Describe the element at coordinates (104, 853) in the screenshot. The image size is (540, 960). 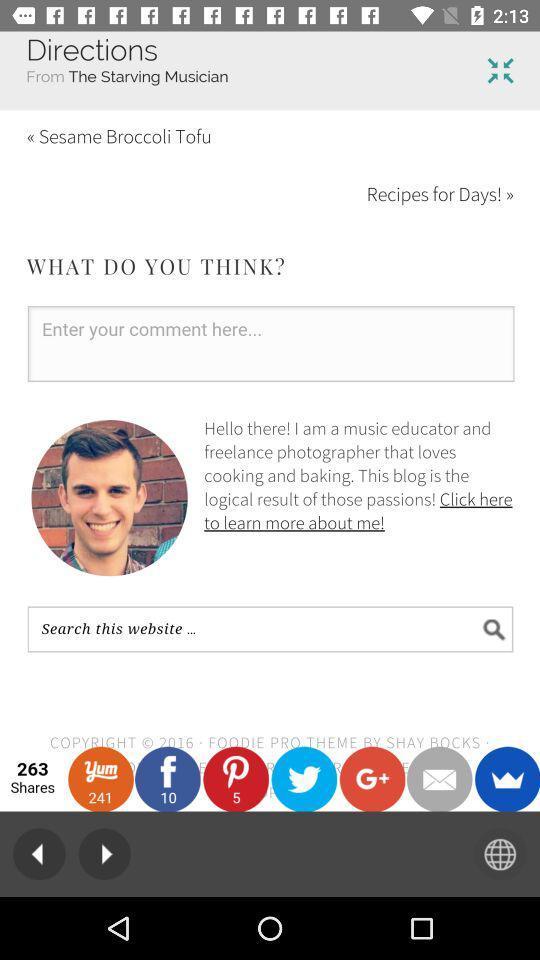
I see `the play icon` at that location.